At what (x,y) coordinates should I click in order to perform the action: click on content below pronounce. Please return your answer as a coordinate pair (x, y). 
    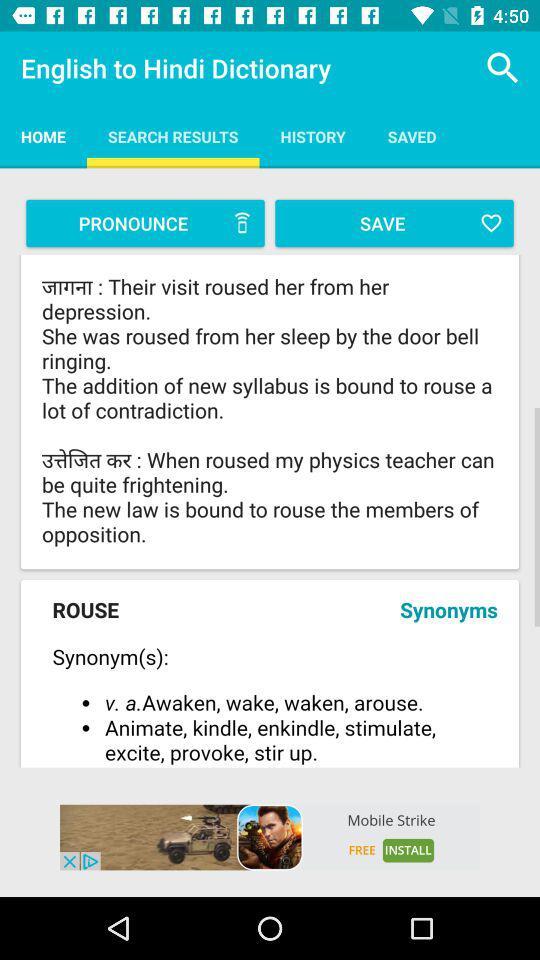
    Looking at the image, I should click on (270, 411).